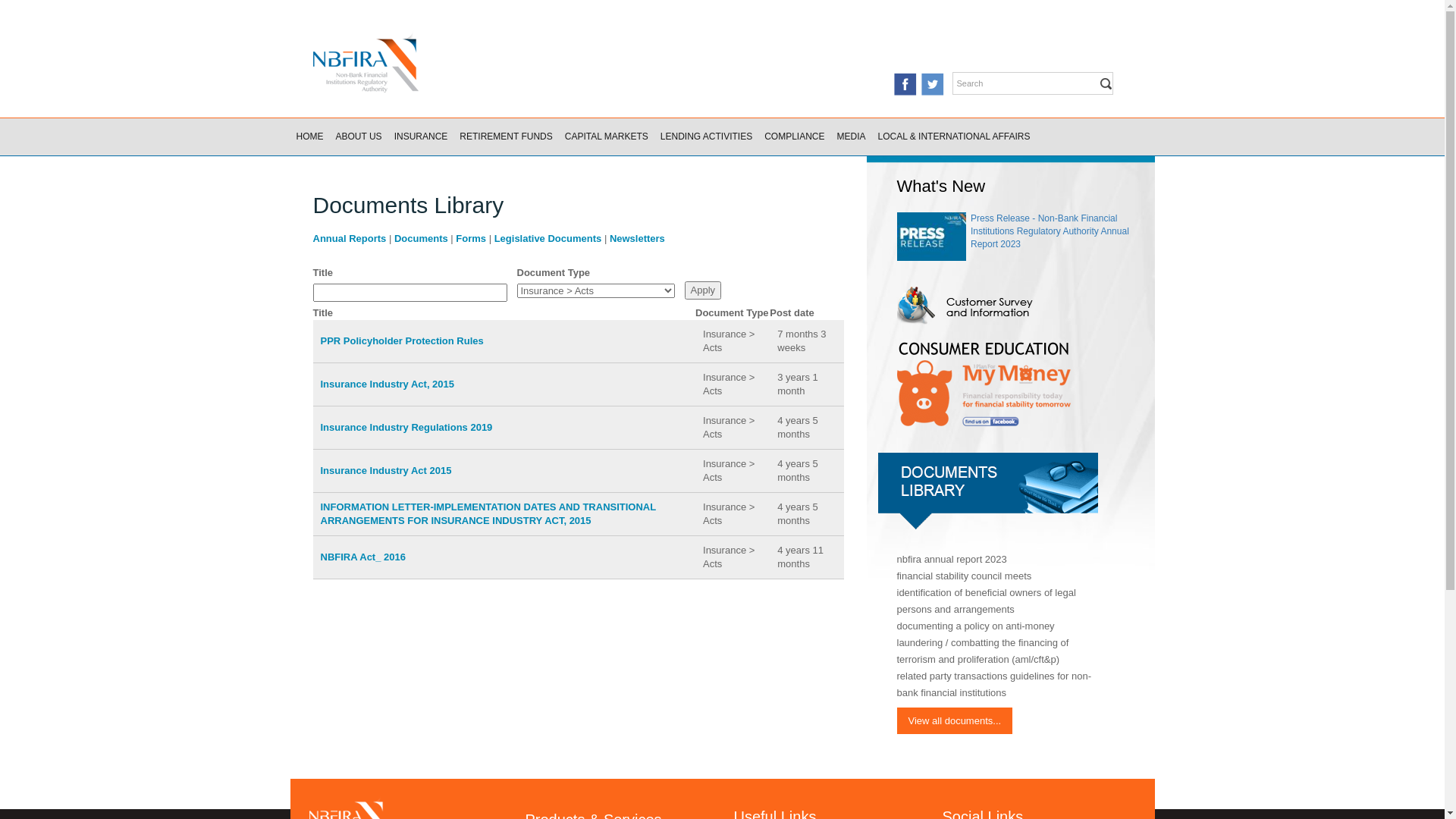 This screenshot has width=1456, height=819. What do you see at coordinates (953, 720) in the screenshot?
I see `'View all documents...'` at bounding box center [953, 720].